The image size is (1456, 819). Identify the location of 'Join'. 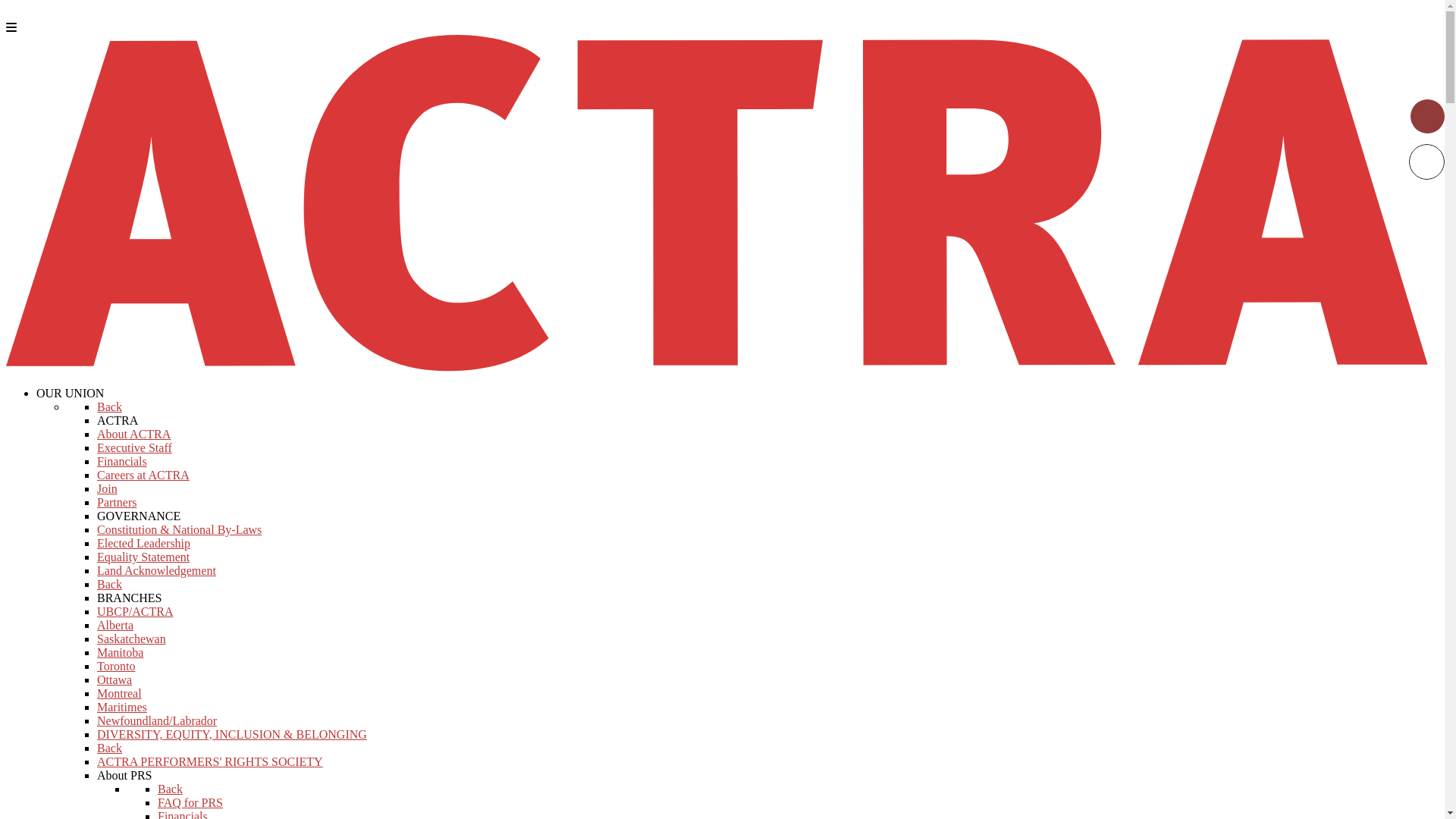
(106, 488).